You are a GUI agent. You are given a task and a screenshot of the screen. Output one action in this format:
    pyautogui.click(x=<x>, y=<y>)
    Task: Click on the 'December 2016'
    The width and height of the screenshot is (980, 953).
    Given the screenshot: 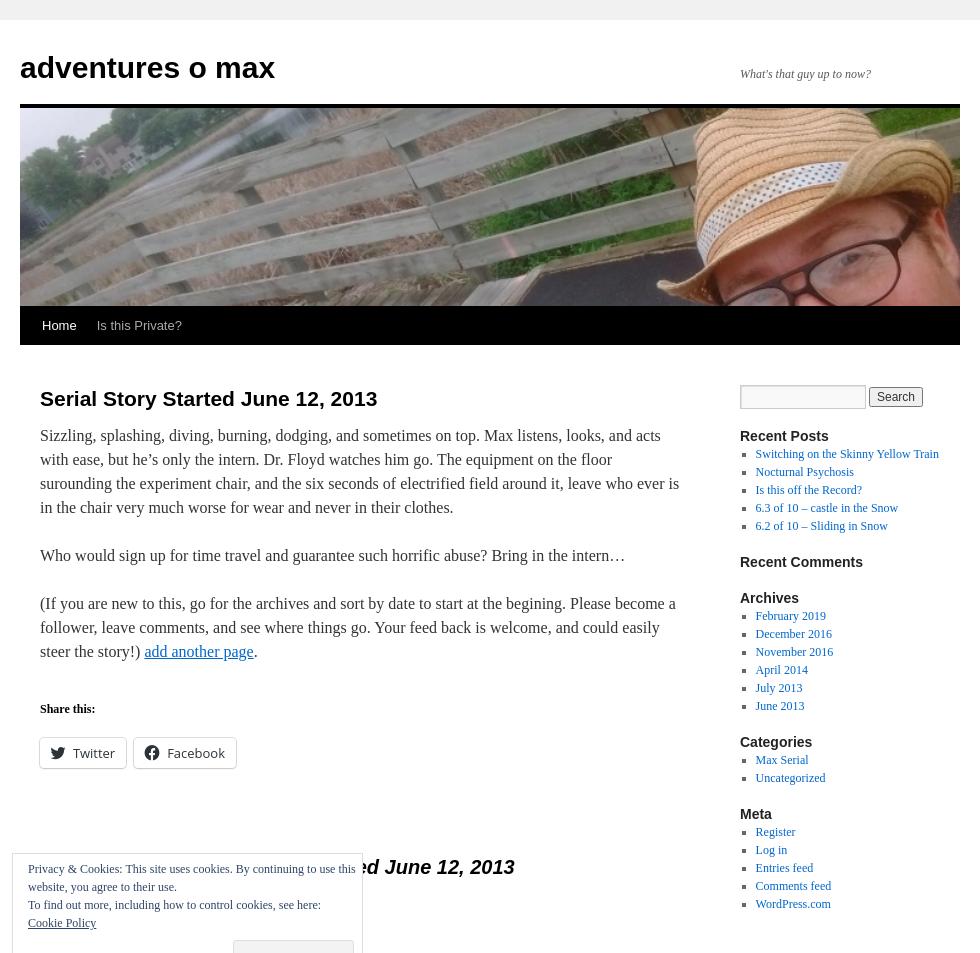 What is the action you would take?
    pyautogui.click(x=793, y=634)
    